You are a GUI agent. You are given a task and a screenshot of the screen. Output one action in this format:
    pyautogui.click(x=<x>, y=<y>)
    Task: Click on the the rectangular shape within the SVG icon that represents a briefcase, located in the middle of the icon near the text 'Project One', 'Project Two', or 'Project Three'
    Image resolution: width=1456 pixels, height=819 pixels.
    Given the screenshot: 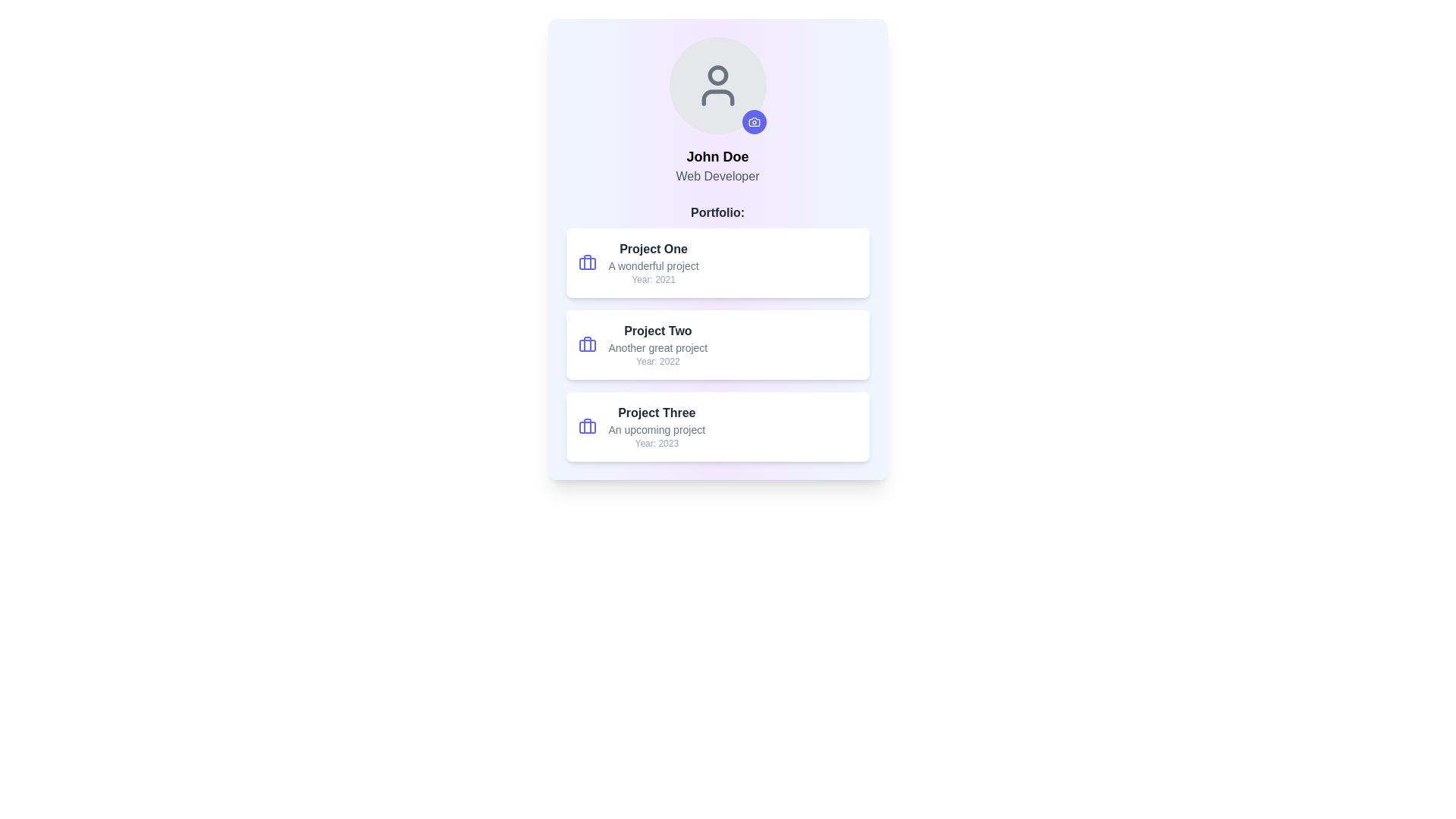 What is the action you would take?
    pyautogui.click(x=586, y=427)
    